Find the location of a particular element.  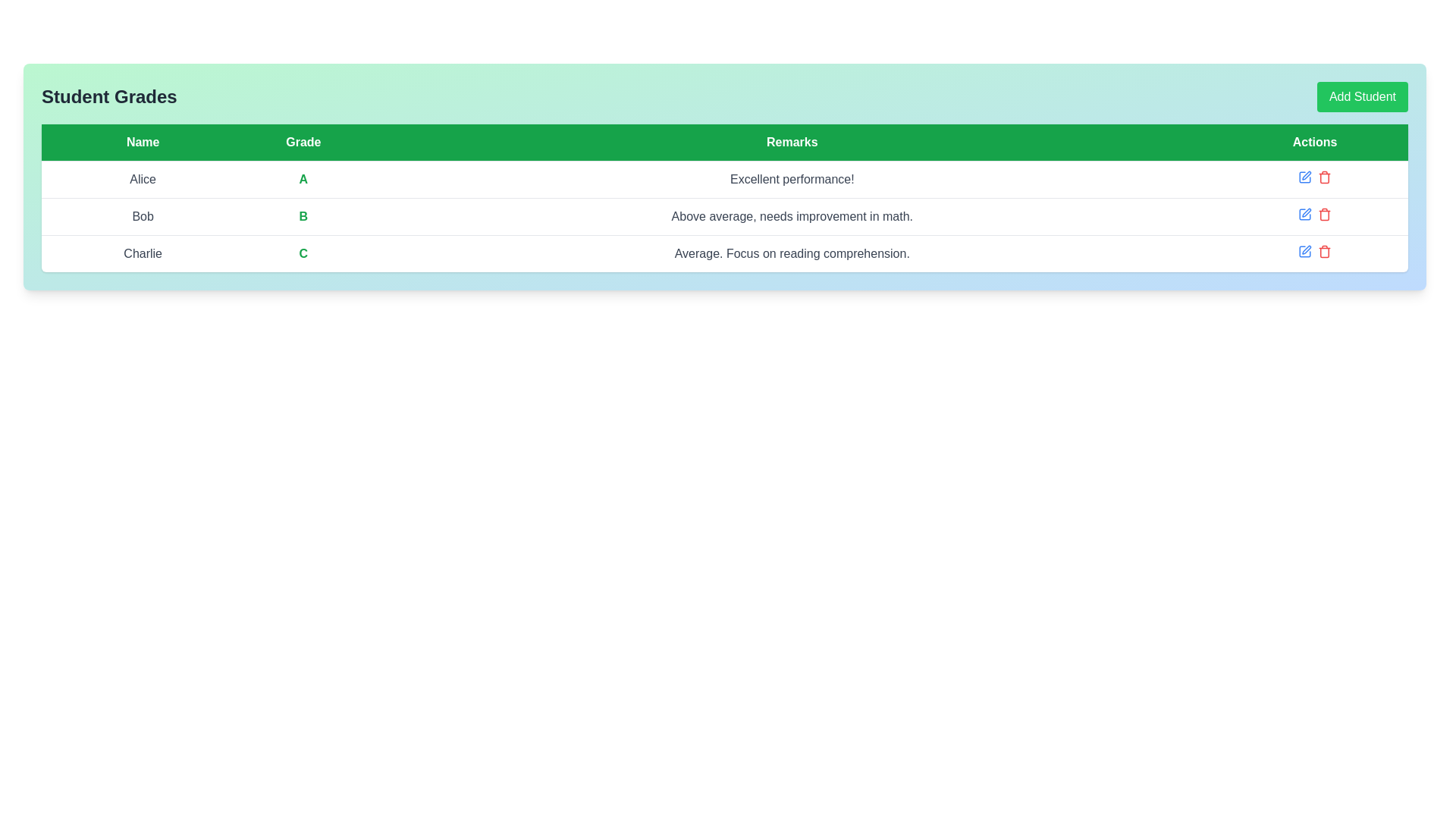

the blue, pencil-shaped 'edit' icon in the Interactive controls group for 'Alice' to modify the data is located at coordinates (1313, 177).